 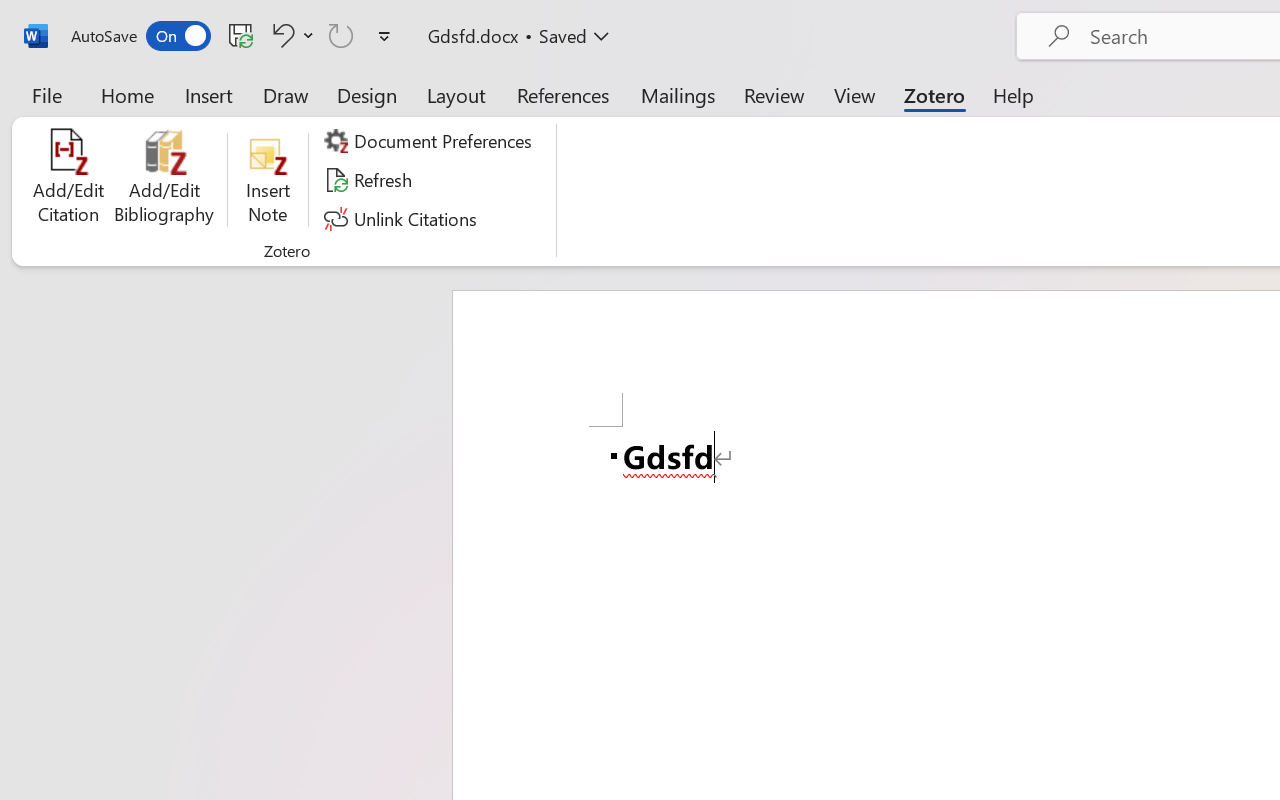 I want to click on 'Undo <ApplyStyleToDoc>b__0', so click(x=279, y=34).